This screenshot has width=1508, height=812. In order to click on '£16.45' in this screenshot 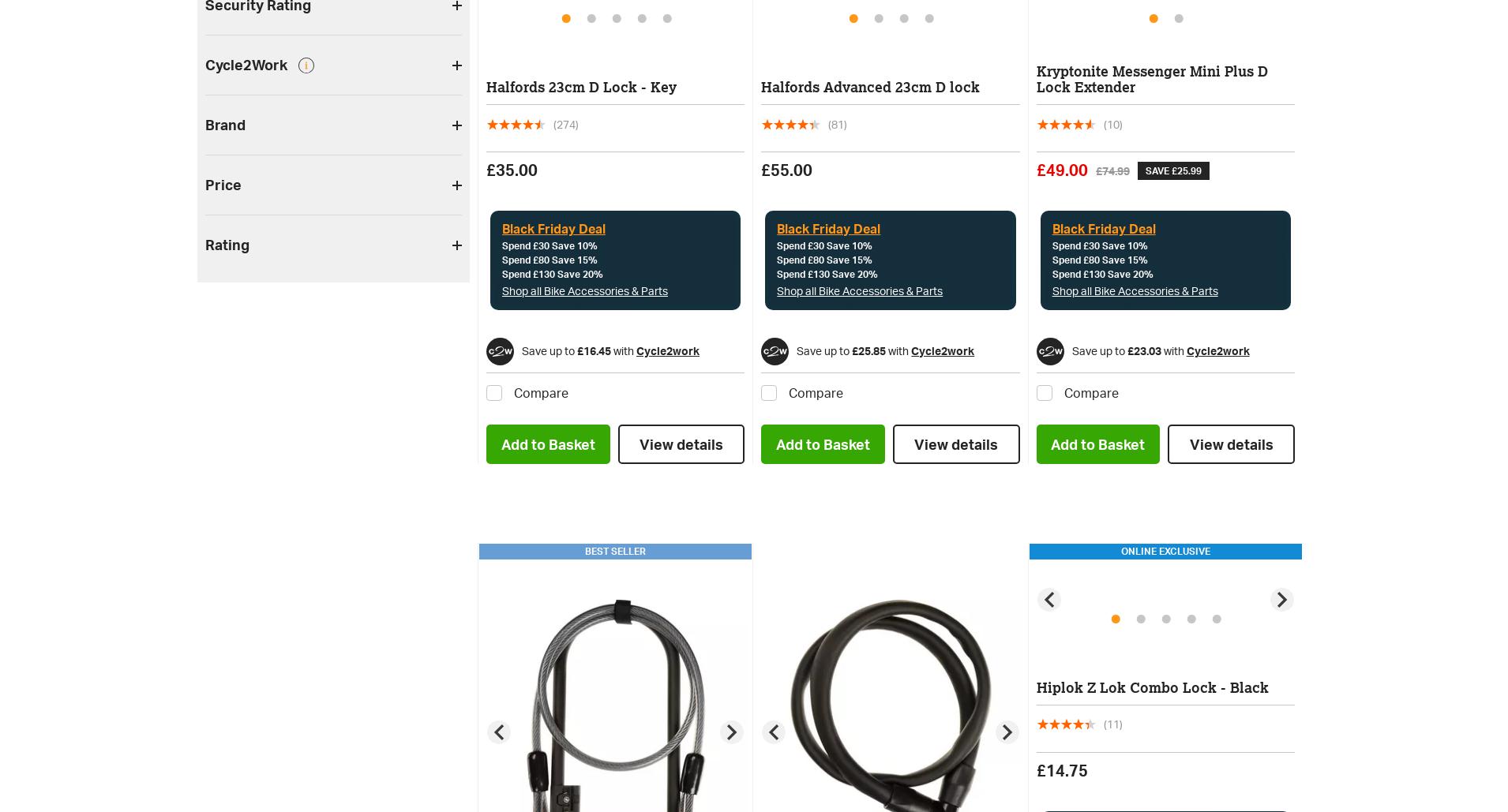, I will do `click(576, 350)`.